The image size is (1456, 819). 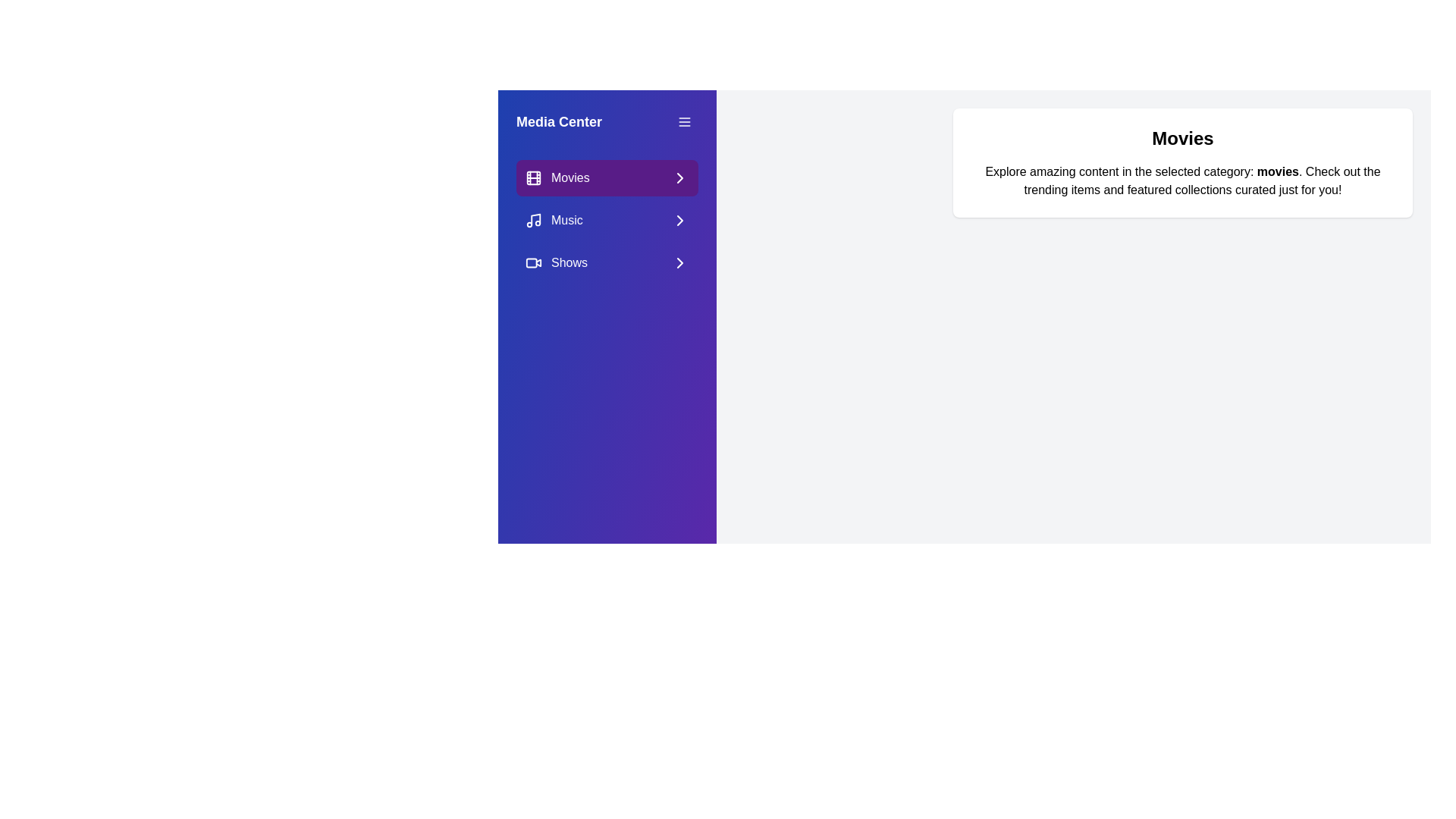 I want to click on the 'Music' navigation button located in the left menu panel, positioned directly below the 'Movies' button and above the 'Shows' button, so click(x=607, y=220).